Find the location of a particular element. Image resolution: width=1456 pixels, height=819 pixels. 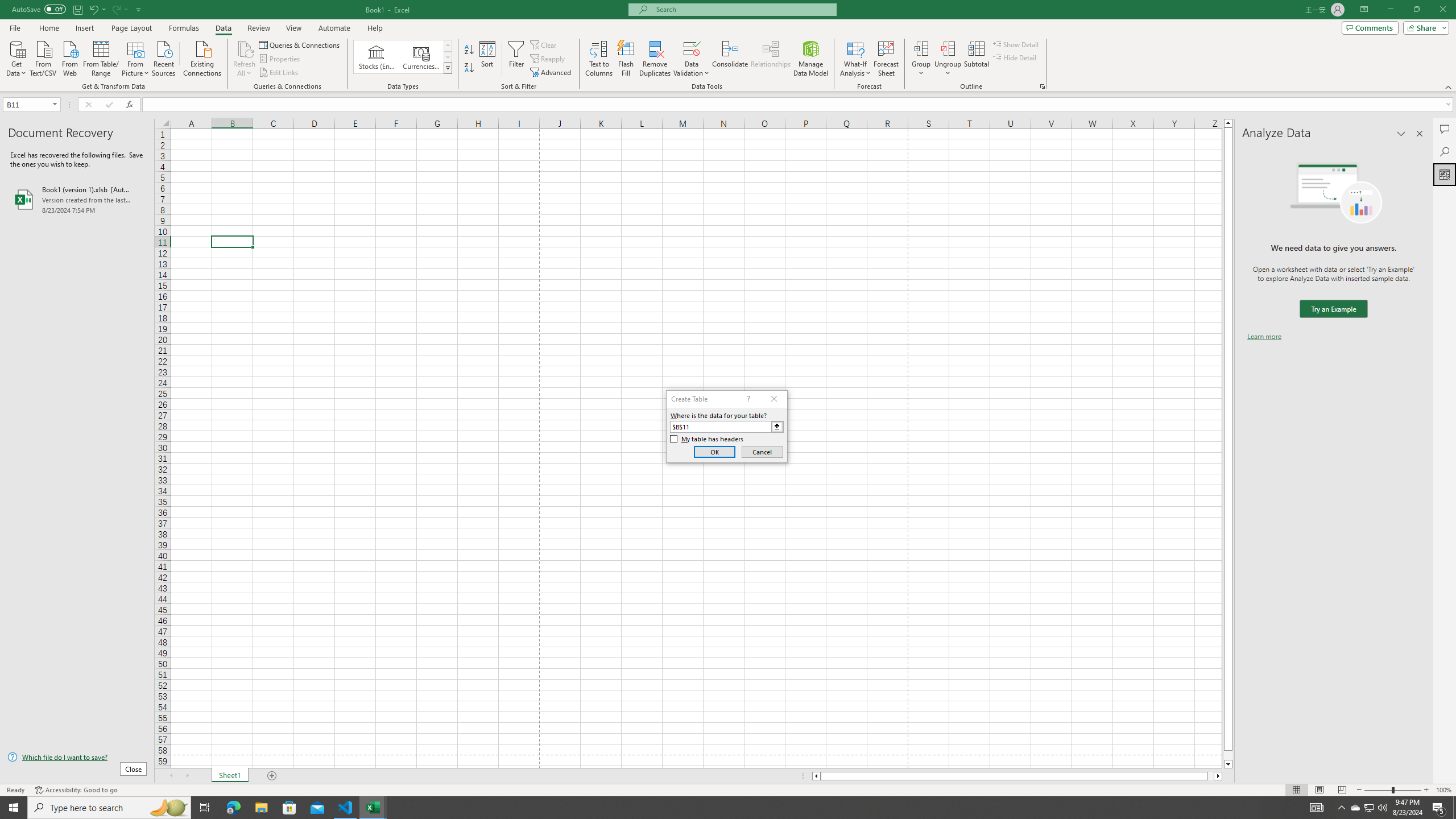

'Relationships' is located at coordinates (770, 59).